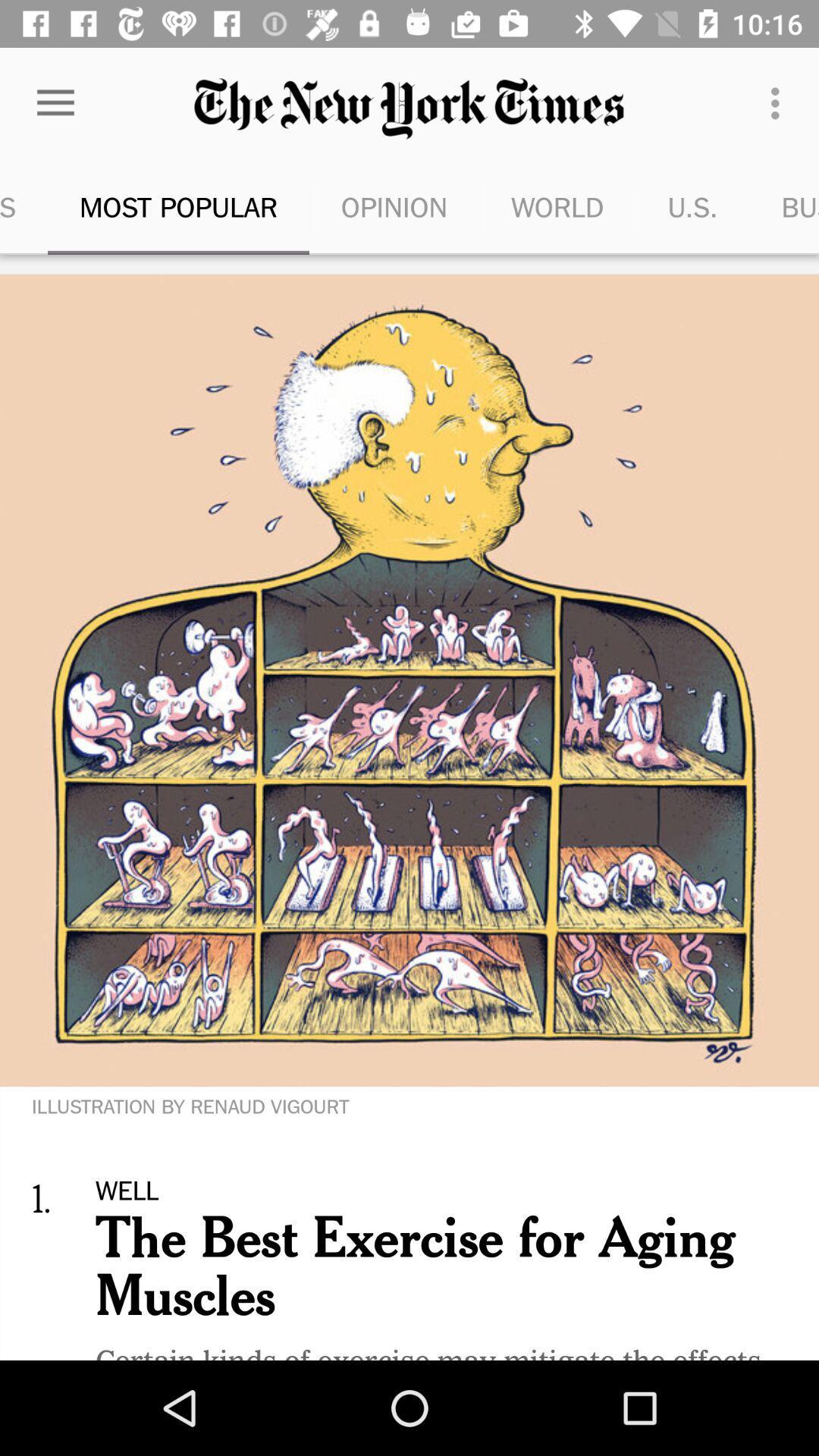 The width and height of the screenshot is (819, 1456). What do you see at coordinates (24, 206) in the screenshot?
I see `the icon next to most popular` at bounding box center [24, 206].